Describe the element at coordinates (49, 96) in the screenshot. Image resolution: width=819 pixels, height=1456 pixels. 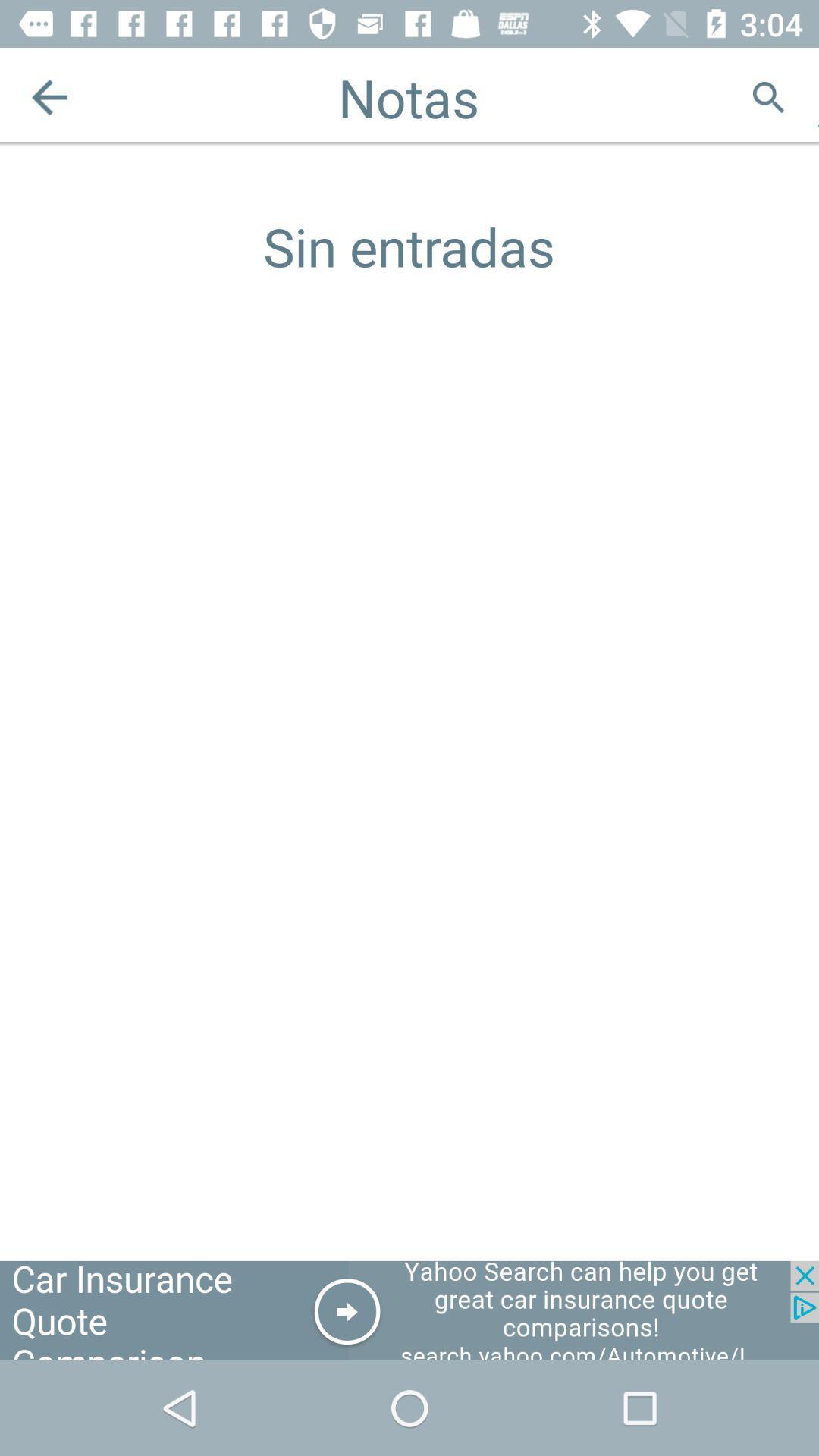
I see `go back` at that location.